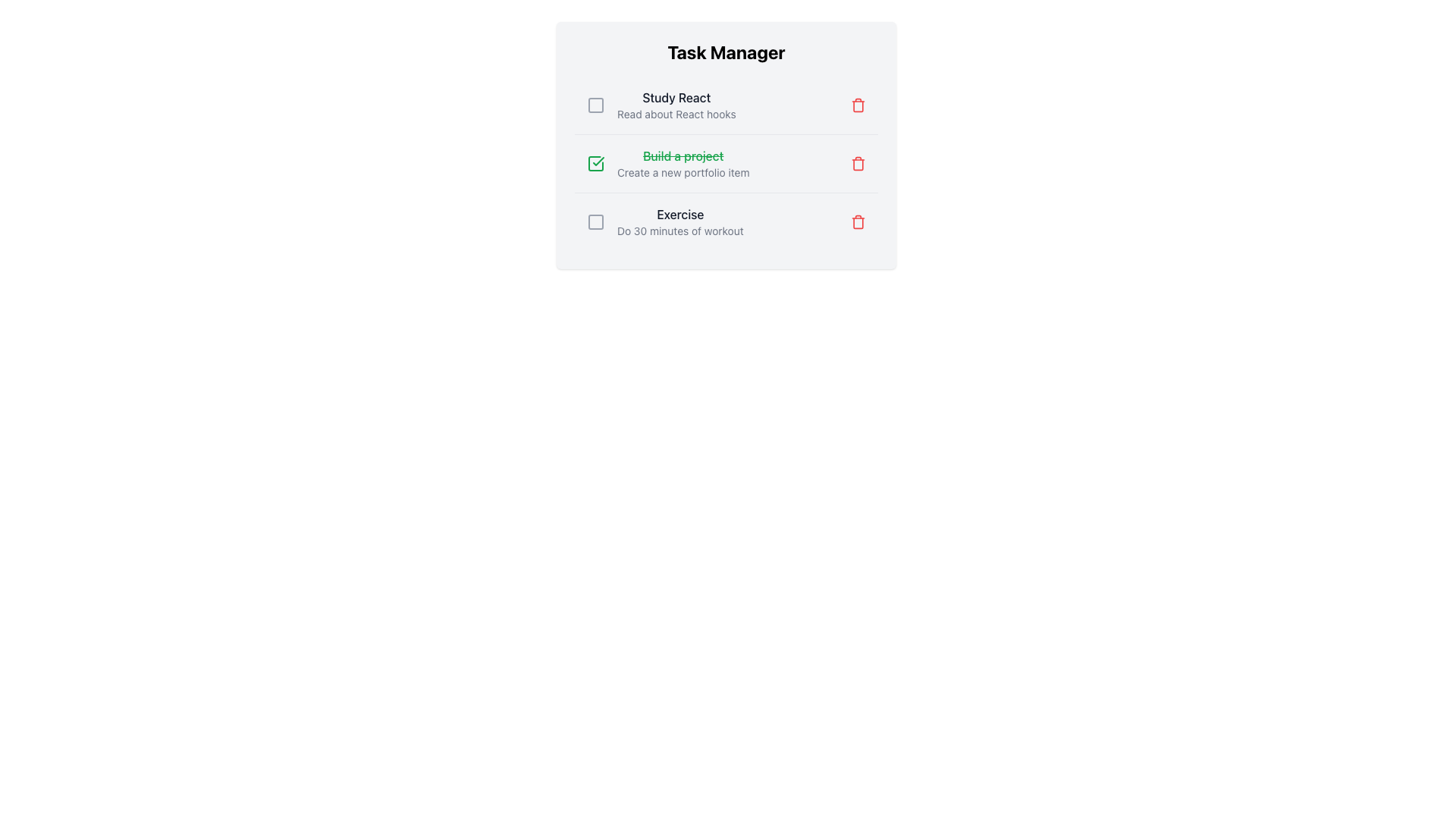 This screenshot has width=1456, height=819. Describe the element at coordinates (661, 104) in the screenshot. I see `the list item titled 'Study React'` at that location.